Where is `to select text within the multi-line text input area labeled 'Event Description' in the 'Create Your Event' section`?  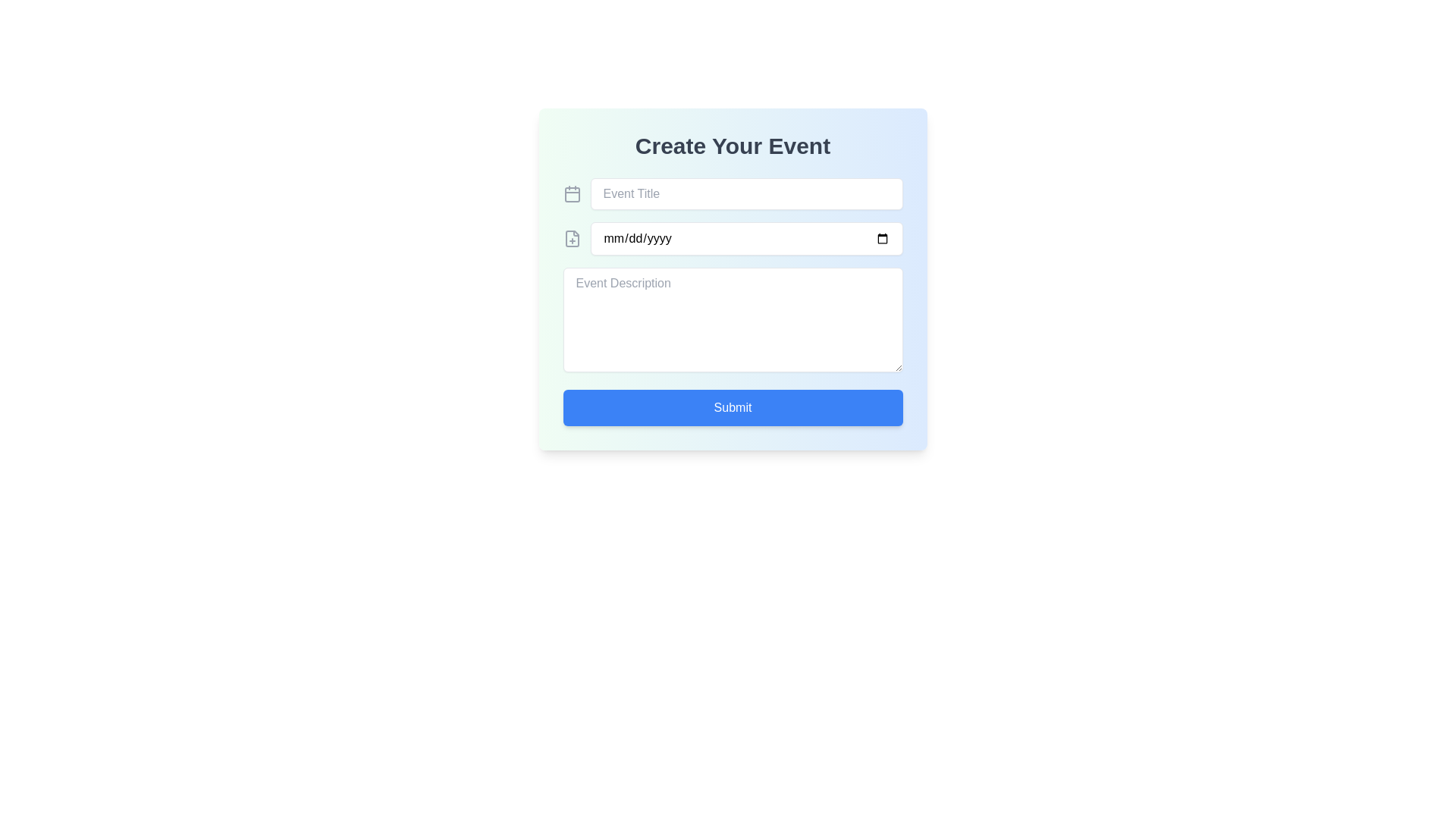 to select text within the multi-line text input area labeled 'Event Description' in the 'Create Your Event' section is located at coordinates (733, 302).